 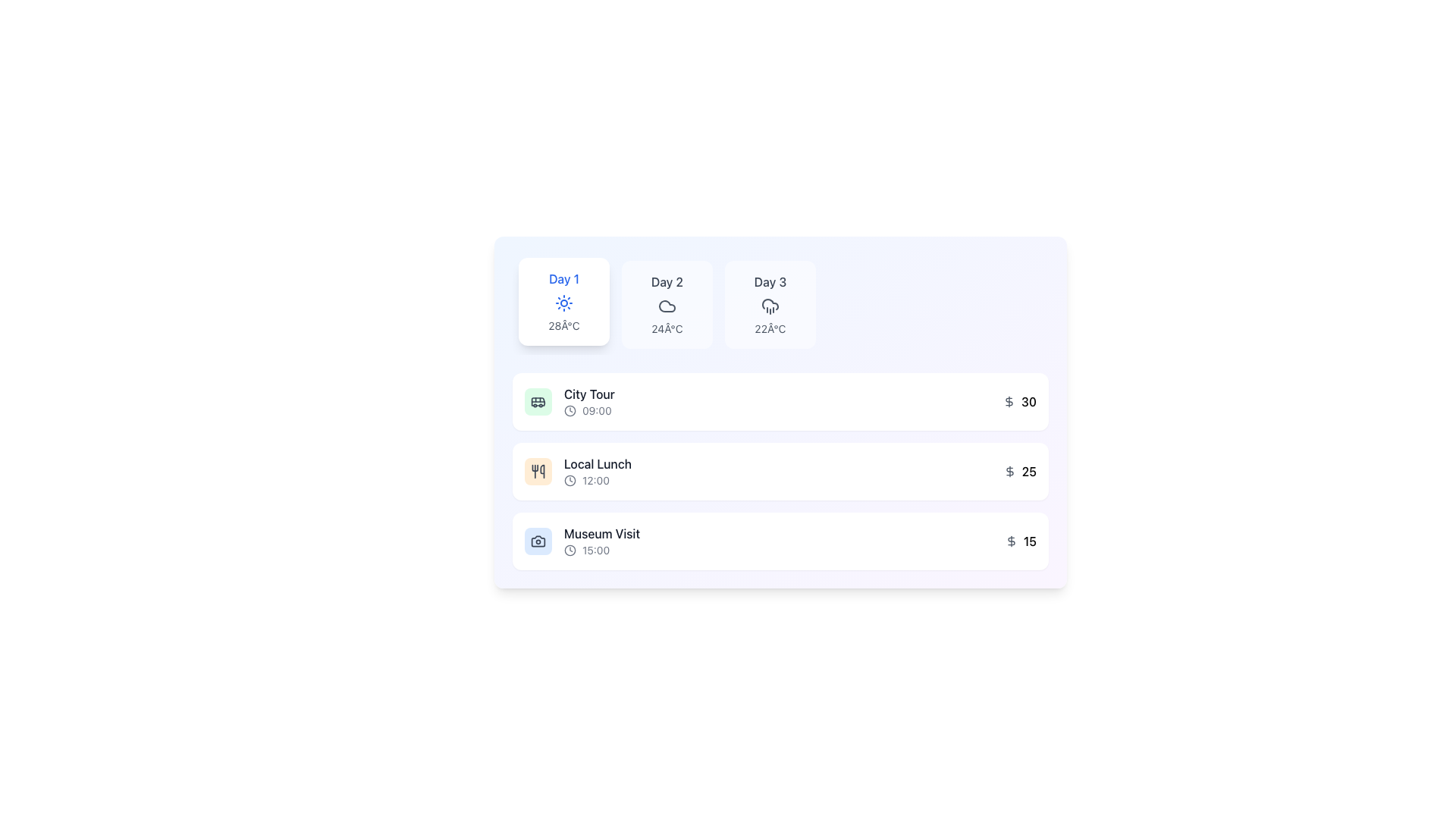 I want to click on the bus icon representing transportation activities for the 'City Tour' item, located in the first card of activities, so click(x=538, y=400).